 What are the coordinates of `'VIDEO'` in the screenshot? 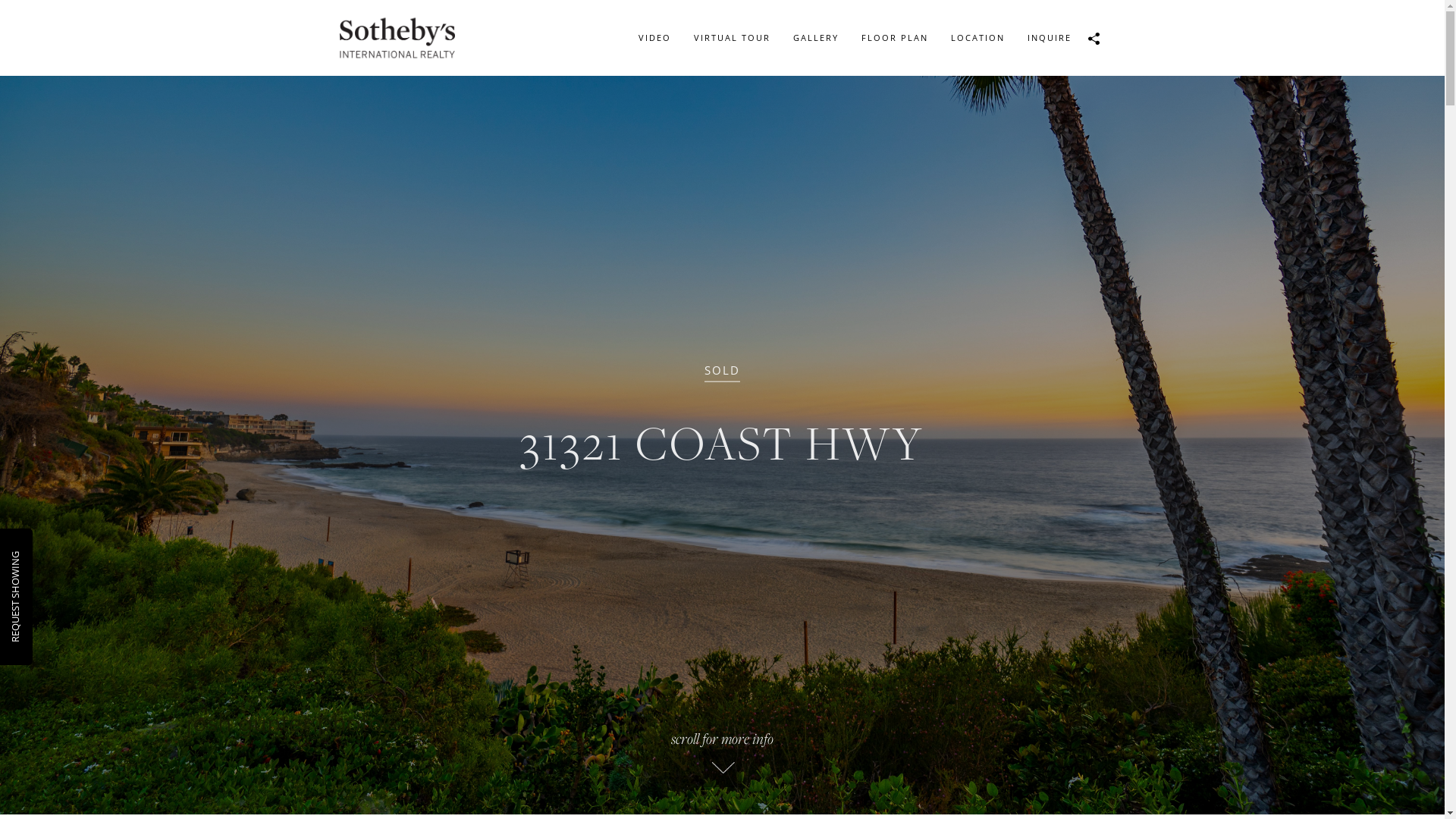 It's located at (654, 37).